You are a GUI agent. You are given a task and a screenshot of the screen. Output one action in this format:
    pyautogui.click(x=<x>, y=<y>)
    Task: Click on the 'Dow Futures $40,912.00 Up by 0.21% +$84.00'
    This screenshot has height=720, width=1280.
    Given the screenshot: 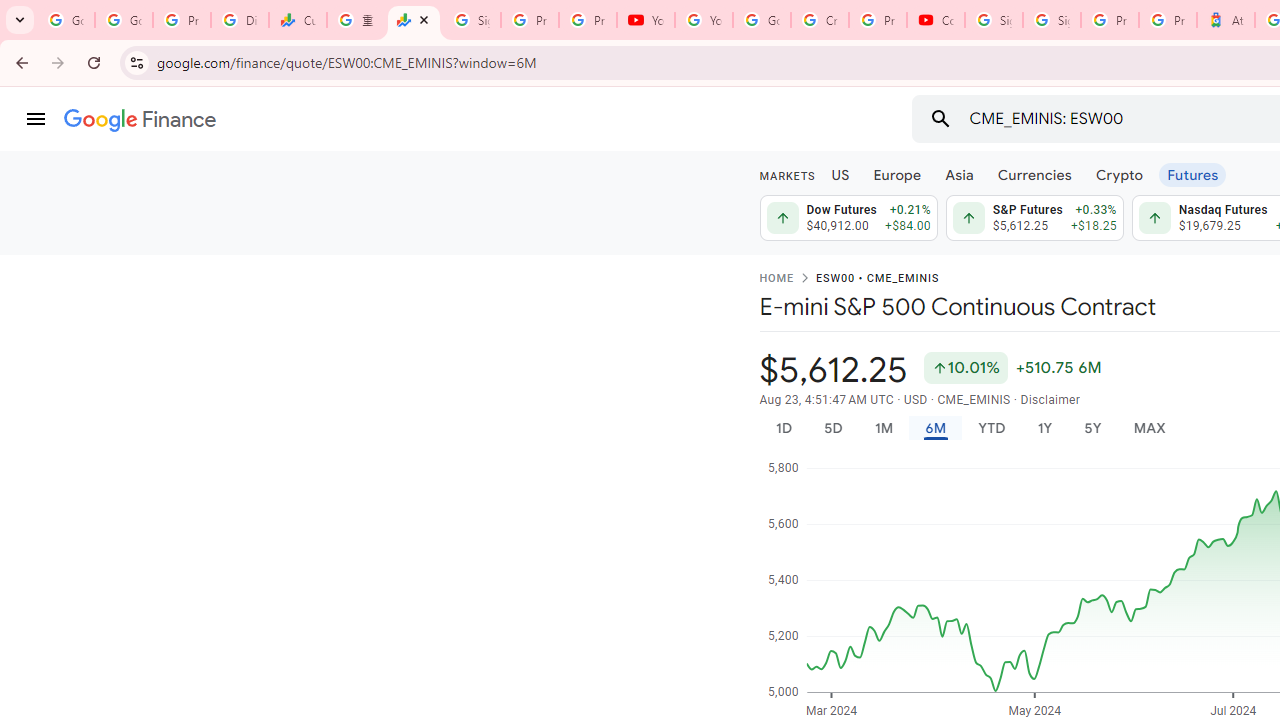 What is the action you would take?
    pyautogui.click(x=848, y=218)
    